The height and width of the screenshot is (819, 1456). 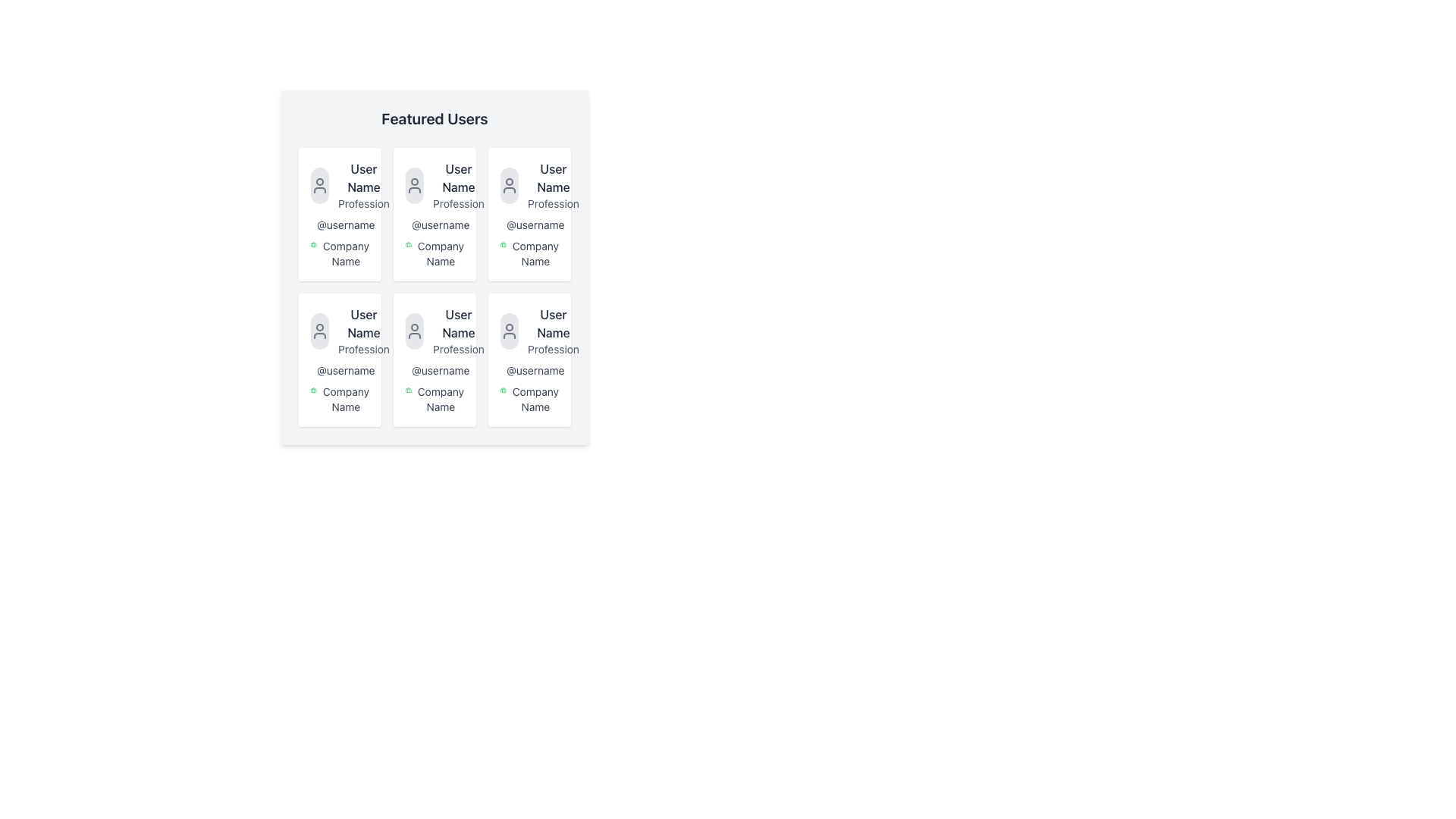 I want to click on the 'Company Name' text label with a green briefcase icon located at the bottom-right corner of the user card, so click(x=529, y=399).